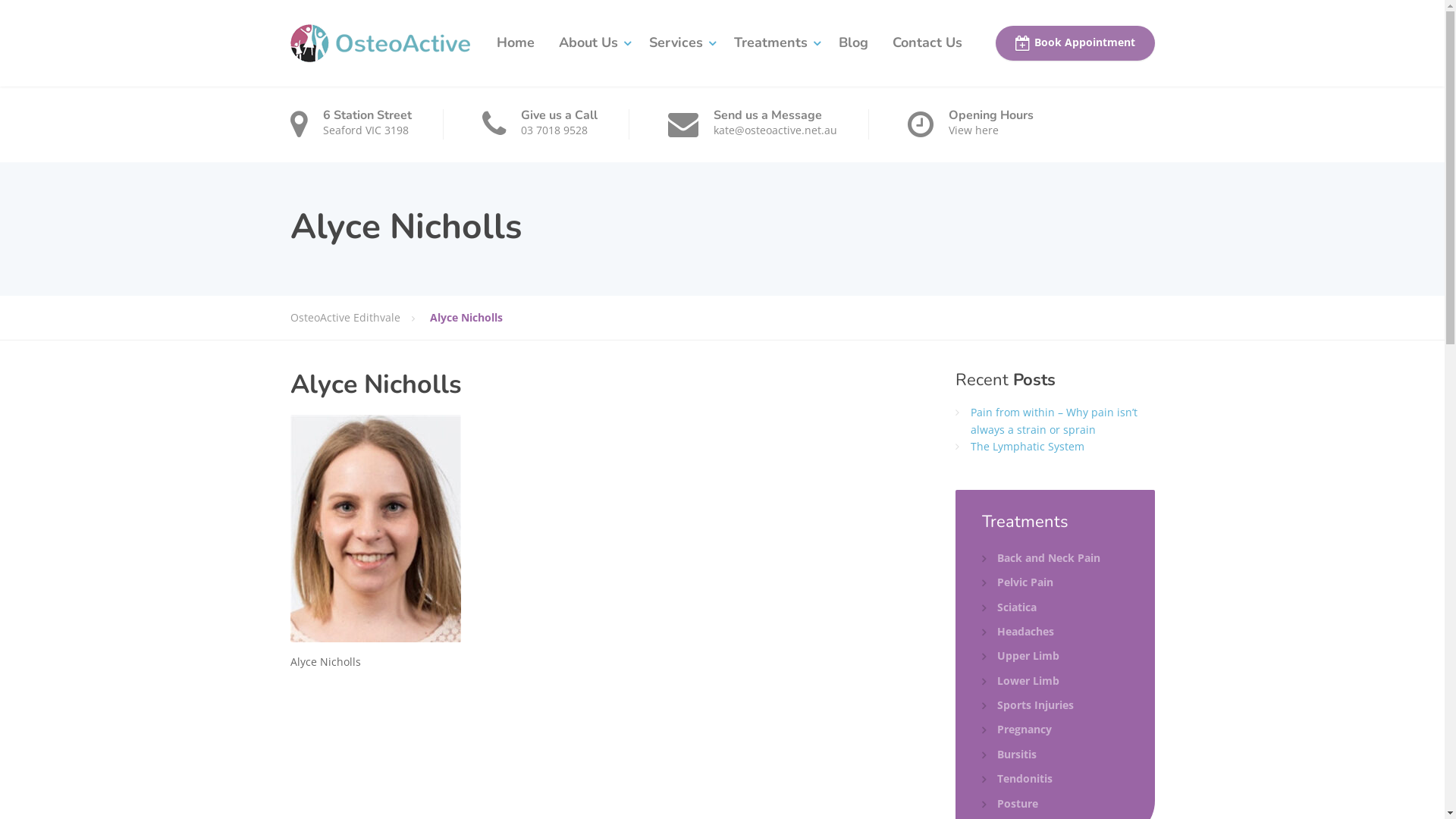 The image size is (1456, 819). Describe the element at coordinates (926, 42) in the screenshot. I see `'Contact Us'` at that location.